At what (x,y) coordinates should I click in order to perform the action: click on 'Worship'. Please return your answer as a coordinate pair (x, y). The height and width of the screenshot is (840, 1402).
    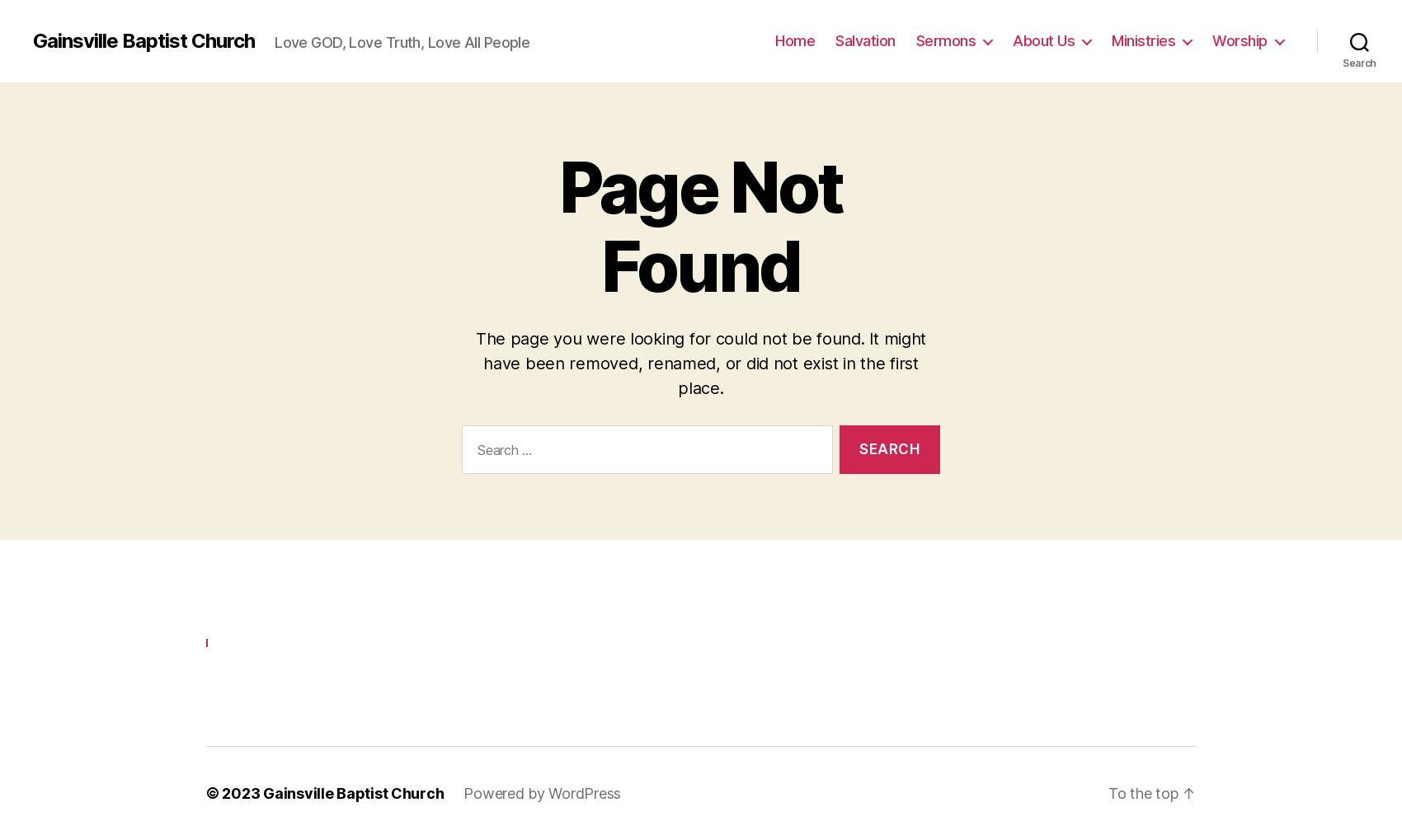
    Looking at the image, I should click on (1240, 36).